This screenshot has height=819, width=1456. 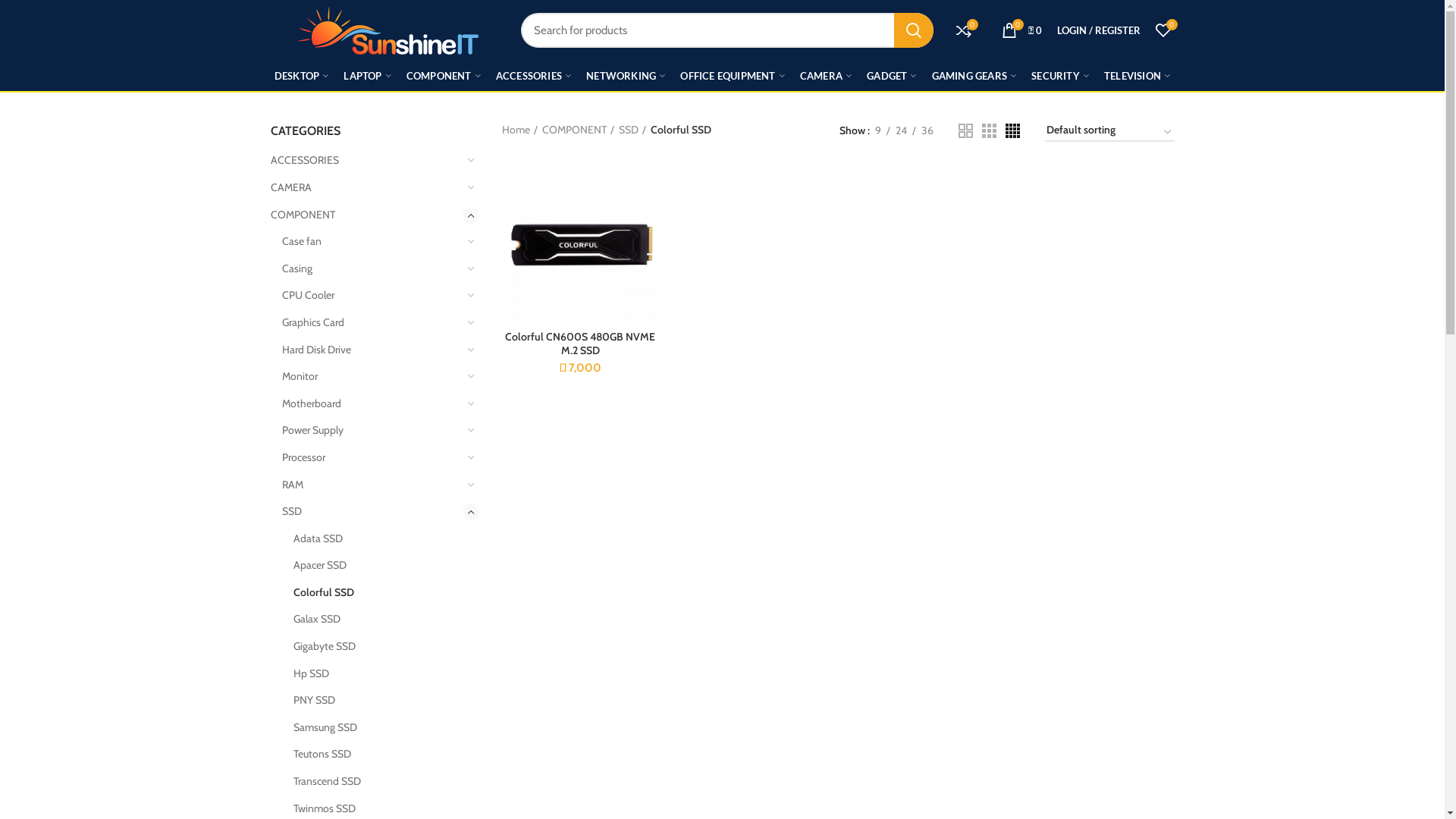 What do you see at coordinates (365, 215) in the screenshot?
I see `'COMPONENT'` at bounding box center [365, 215].